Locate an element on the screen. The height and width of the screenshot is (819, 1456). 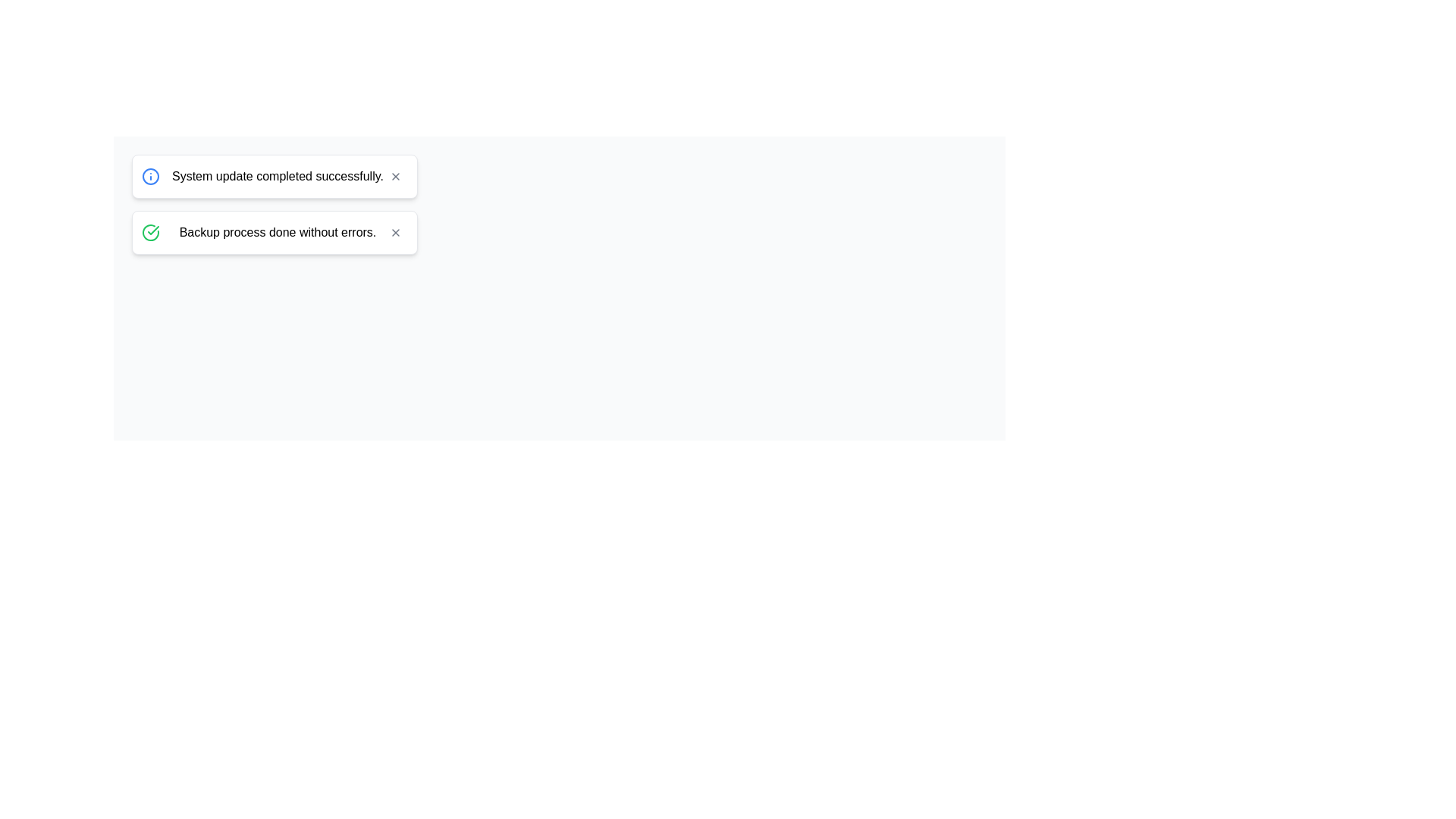
the circular green checkmark icon indicating a successful operation, located at the leftmost side of the notification box for visual confirmation is located at coordinates (150, 233).